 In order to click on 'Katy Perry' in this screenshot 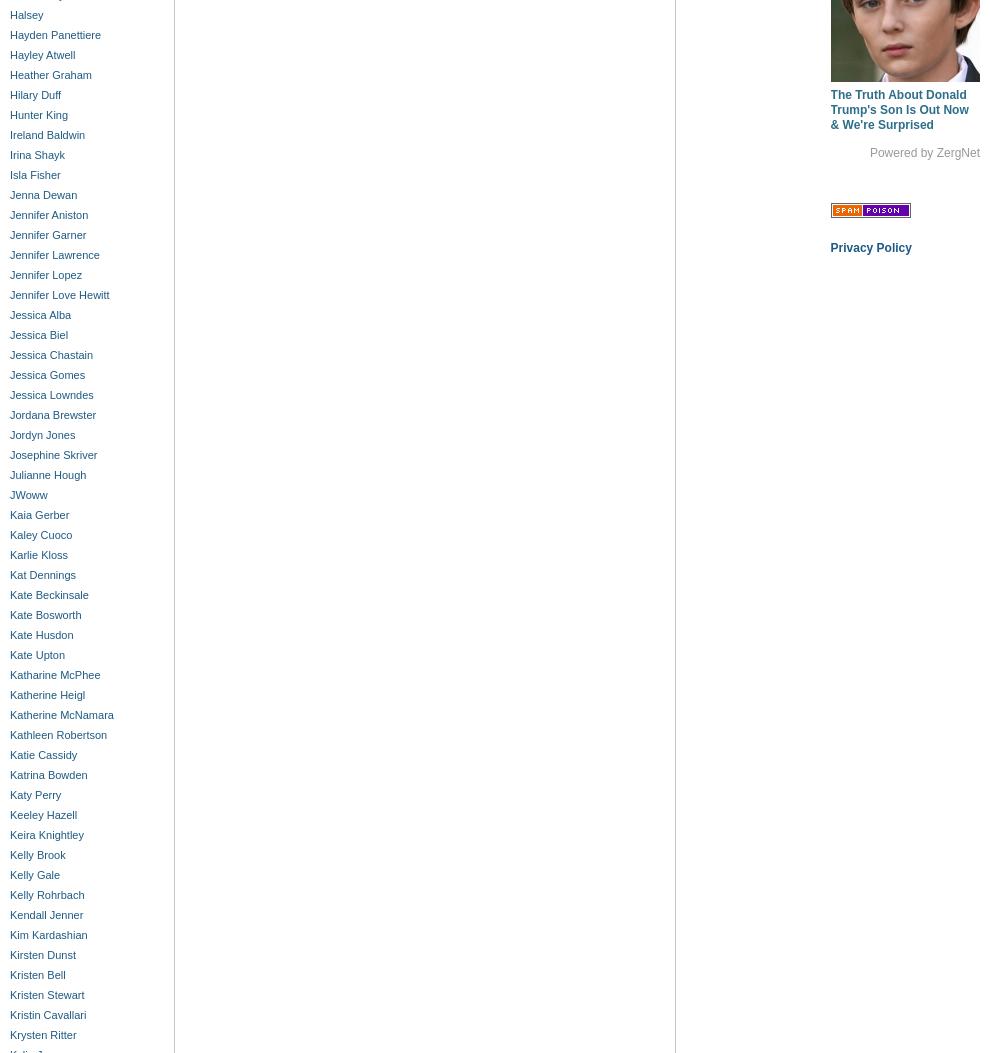, I will do `click(8, 795)`.